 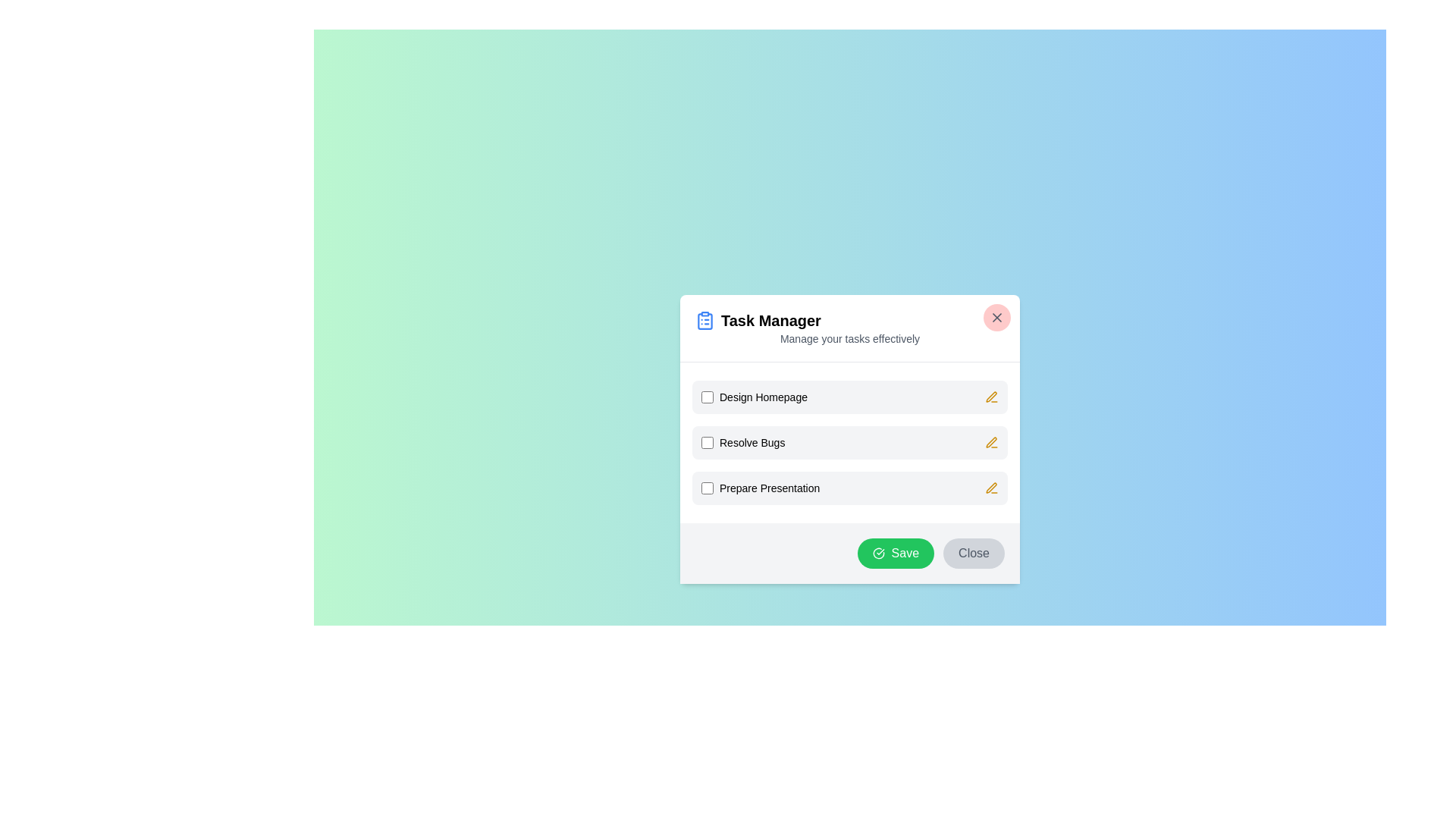 I want to click on the small blue clipboard icon located to the left of the 'Task Manager' title text, so click(x=704, y=319).